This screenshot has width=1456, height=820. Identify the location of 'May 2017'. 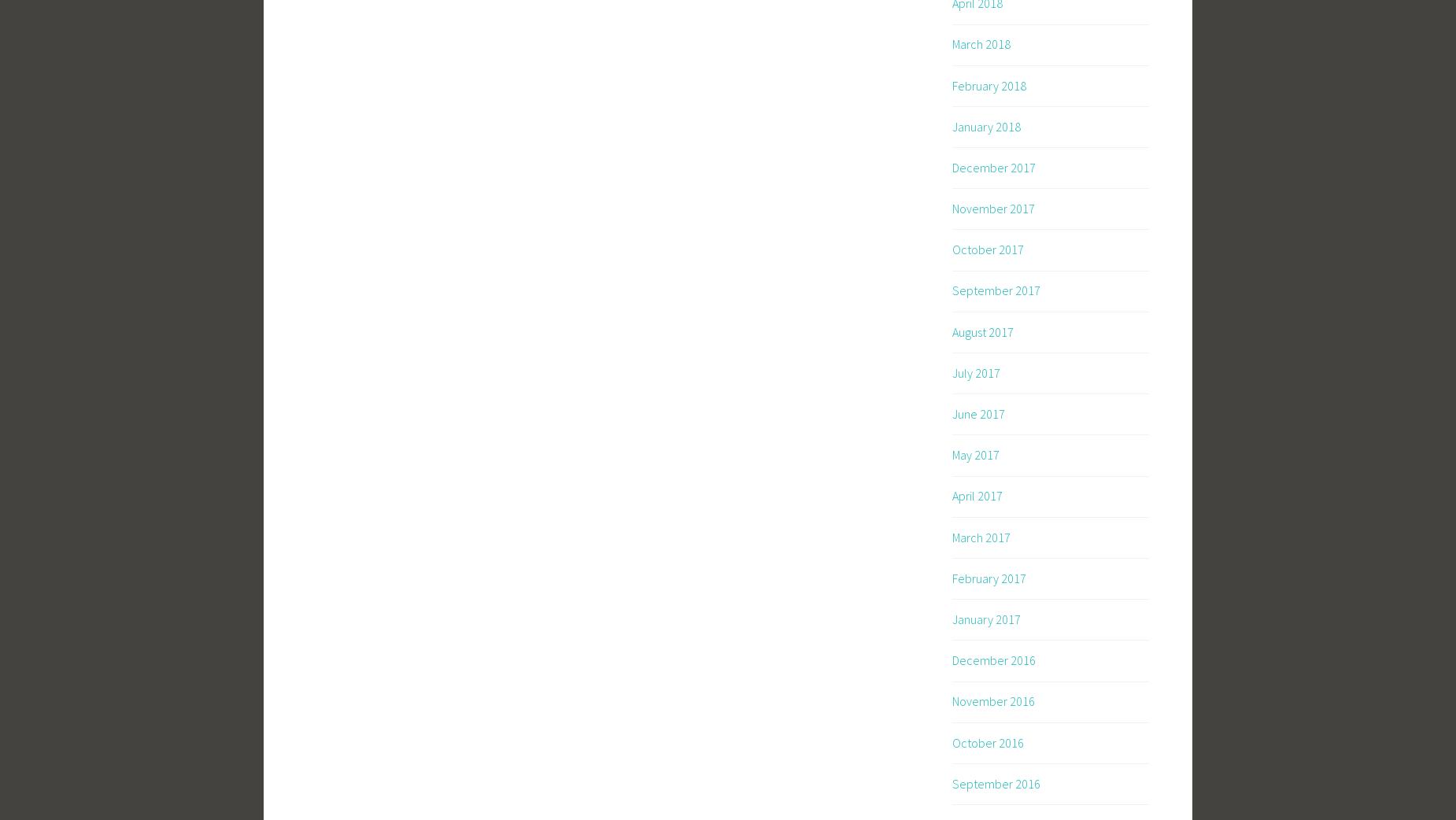
(975, 453).